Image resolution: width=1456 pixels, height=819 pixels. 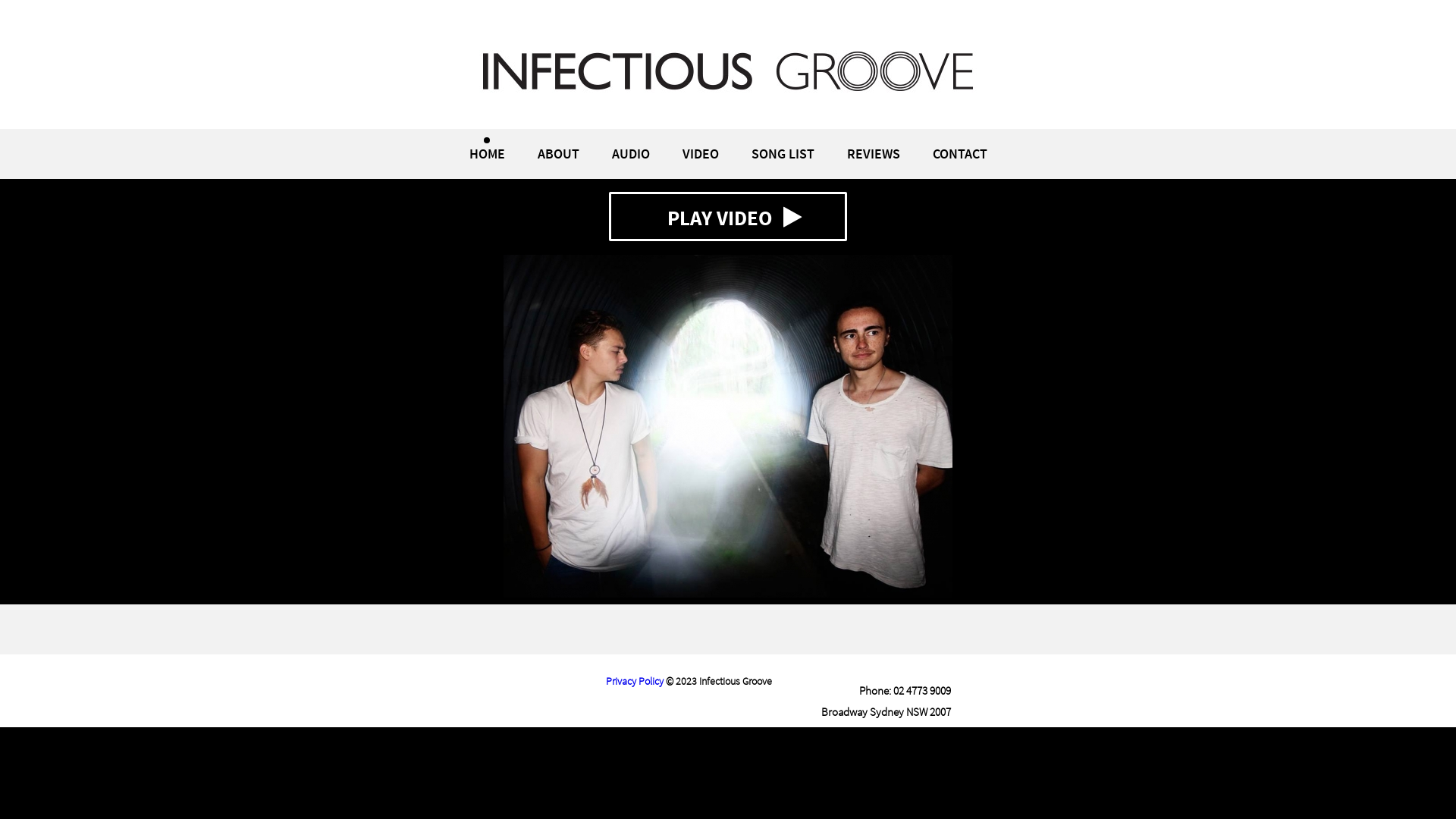 What do you see at coordinates (486, 153) in the screenshot?
I see `'HOME'` at bounding box center [486, 153].